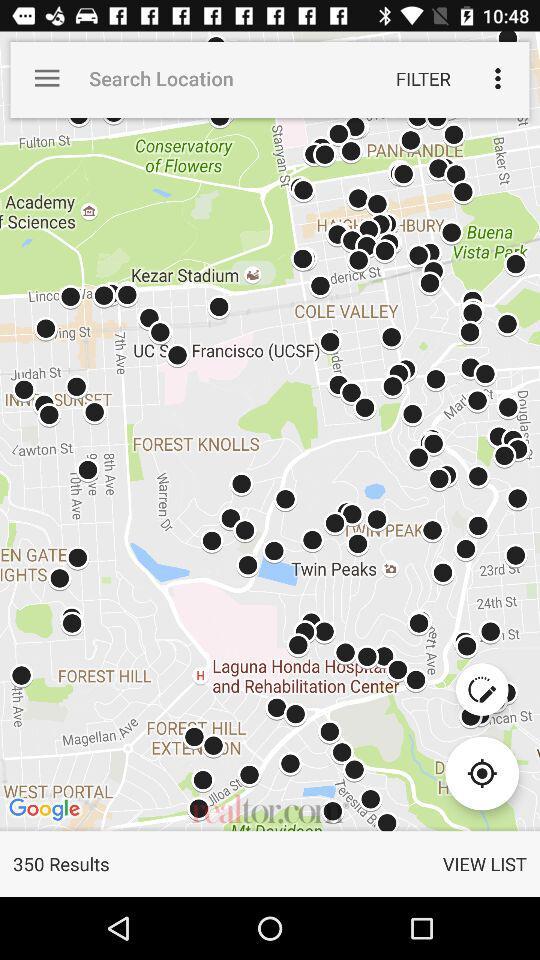  I want to click on item above the view list item, so click(481, 772).